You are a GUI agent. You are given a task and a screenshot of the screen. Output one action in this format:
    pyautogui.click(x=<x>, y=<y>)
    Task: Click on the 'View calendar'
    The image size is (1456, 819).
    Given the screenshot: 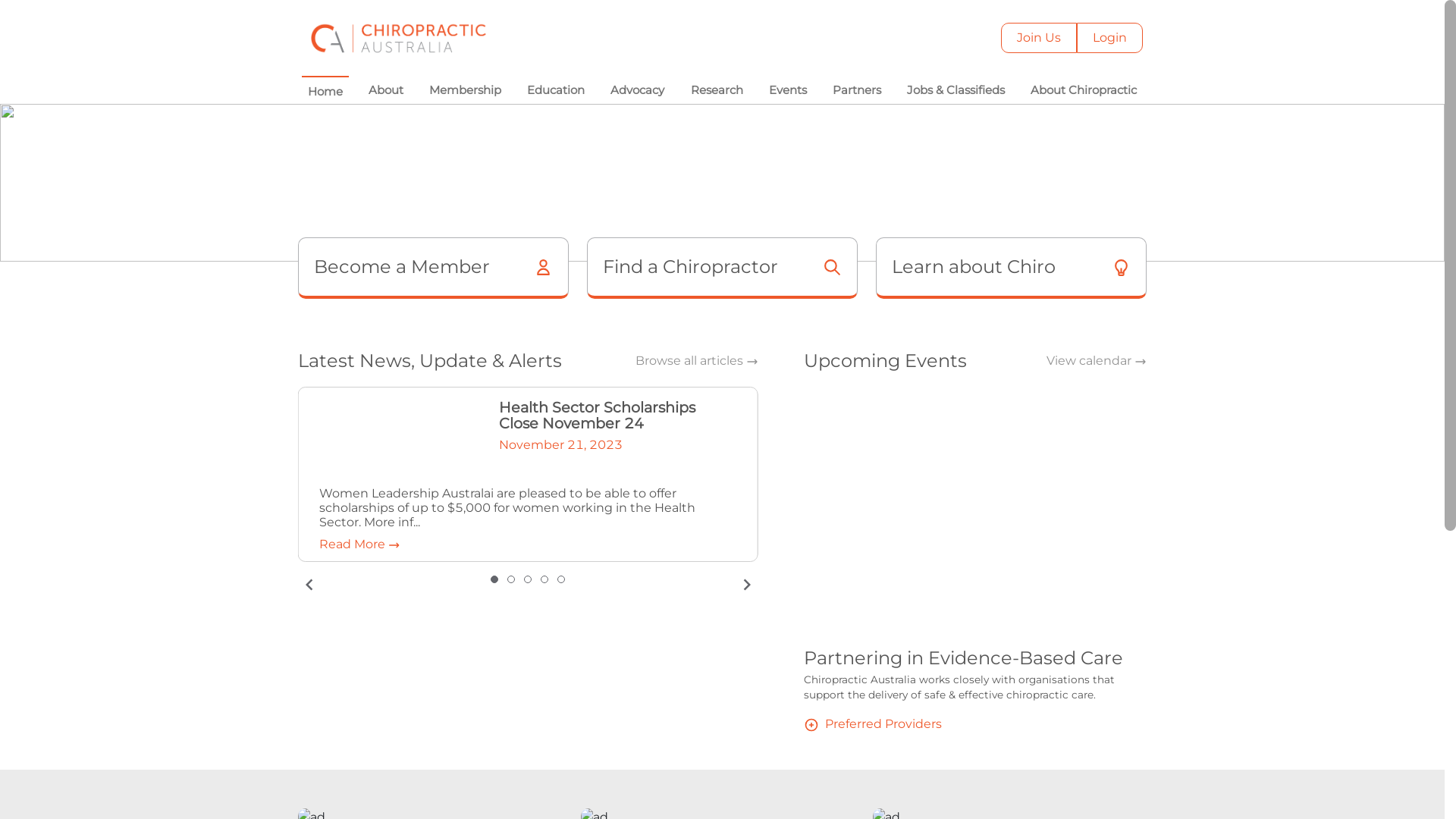 What is the action you would take?
    pyautogui.click(x=1096, y=360)
    